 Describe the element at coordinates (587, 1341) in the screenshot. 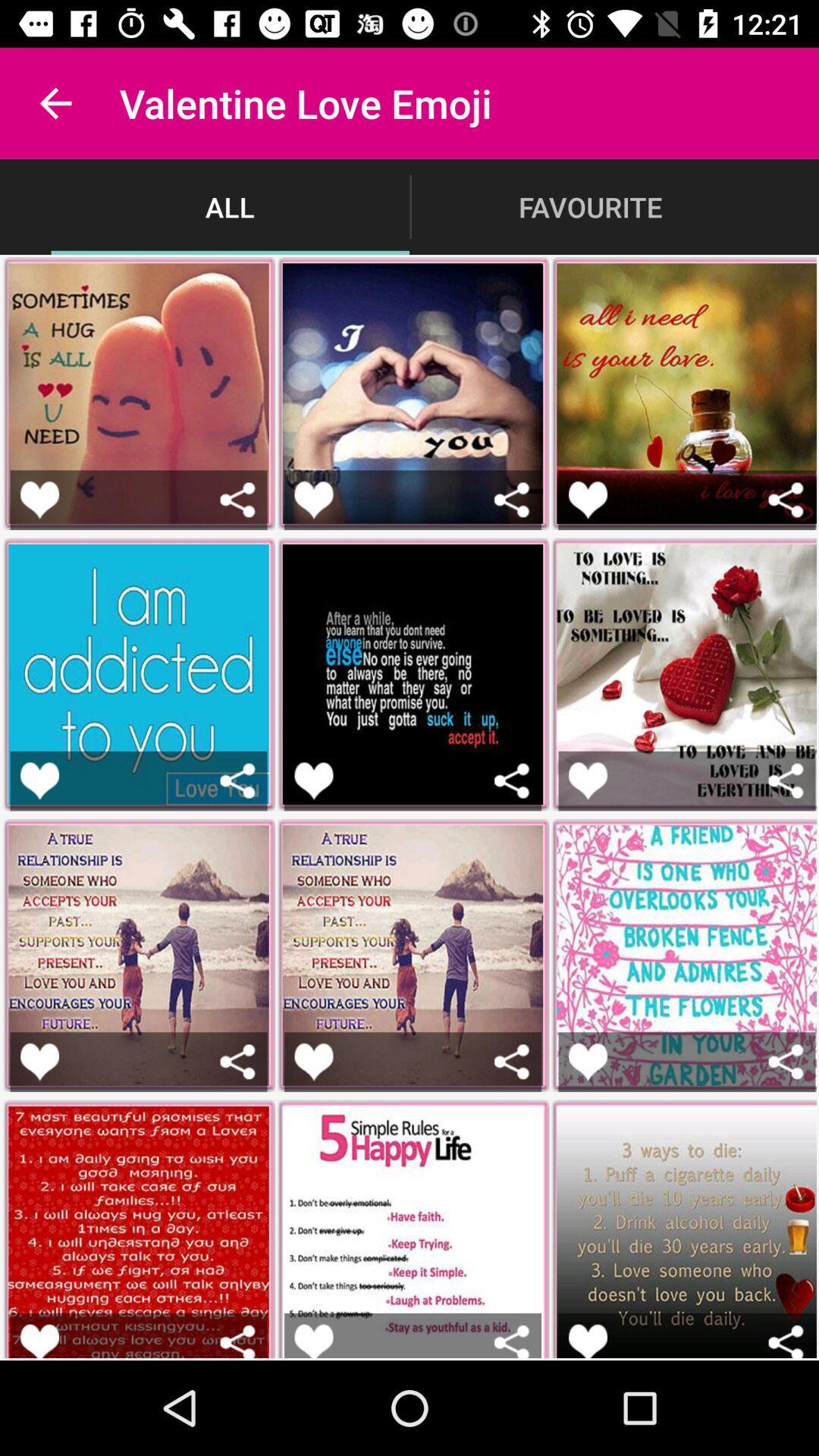

I see `like` at that location.